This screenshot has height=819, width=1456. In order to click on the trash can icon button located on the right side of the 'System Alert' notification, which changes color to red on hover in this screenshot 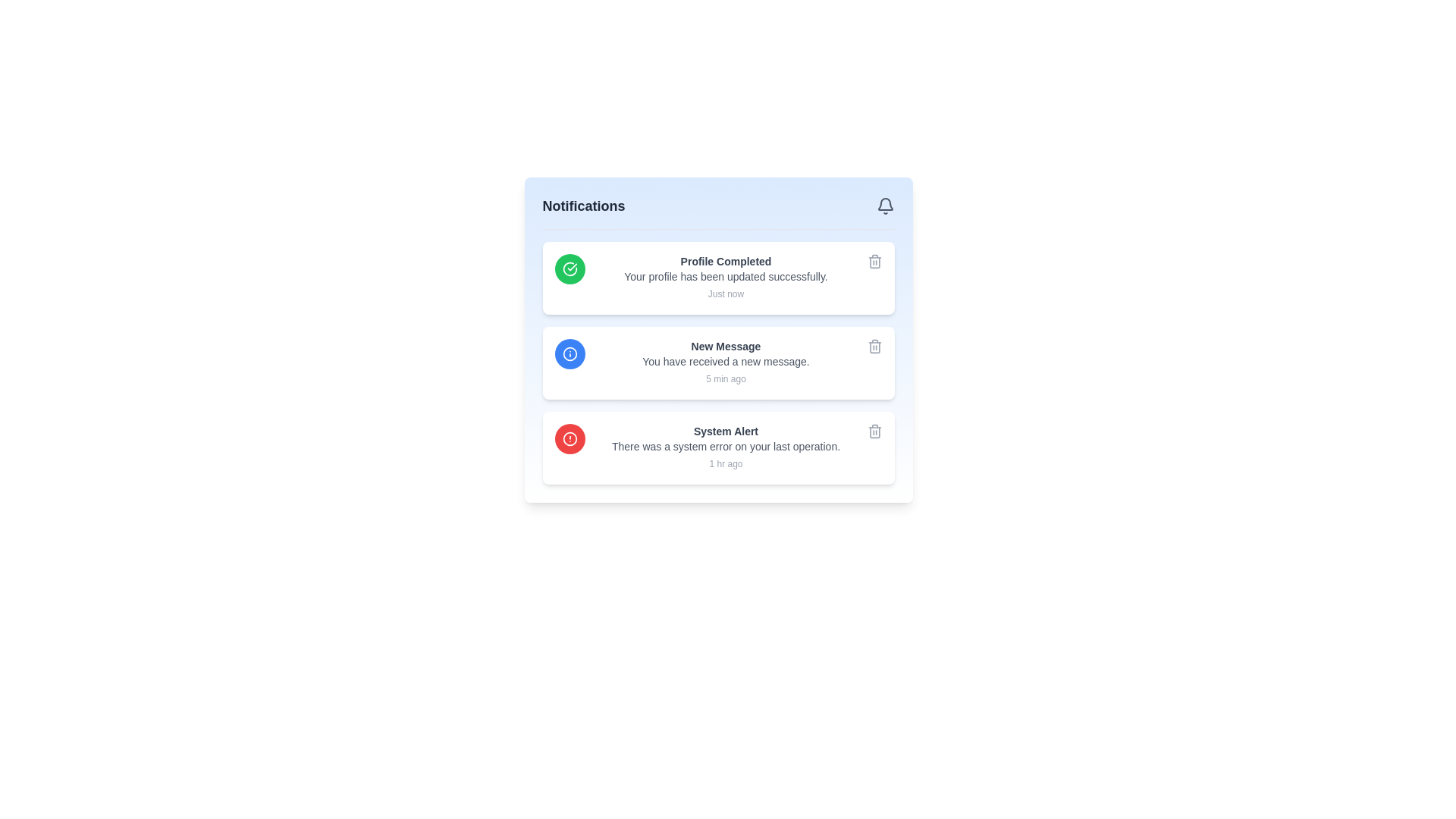, I will do `click(874, 431)`.